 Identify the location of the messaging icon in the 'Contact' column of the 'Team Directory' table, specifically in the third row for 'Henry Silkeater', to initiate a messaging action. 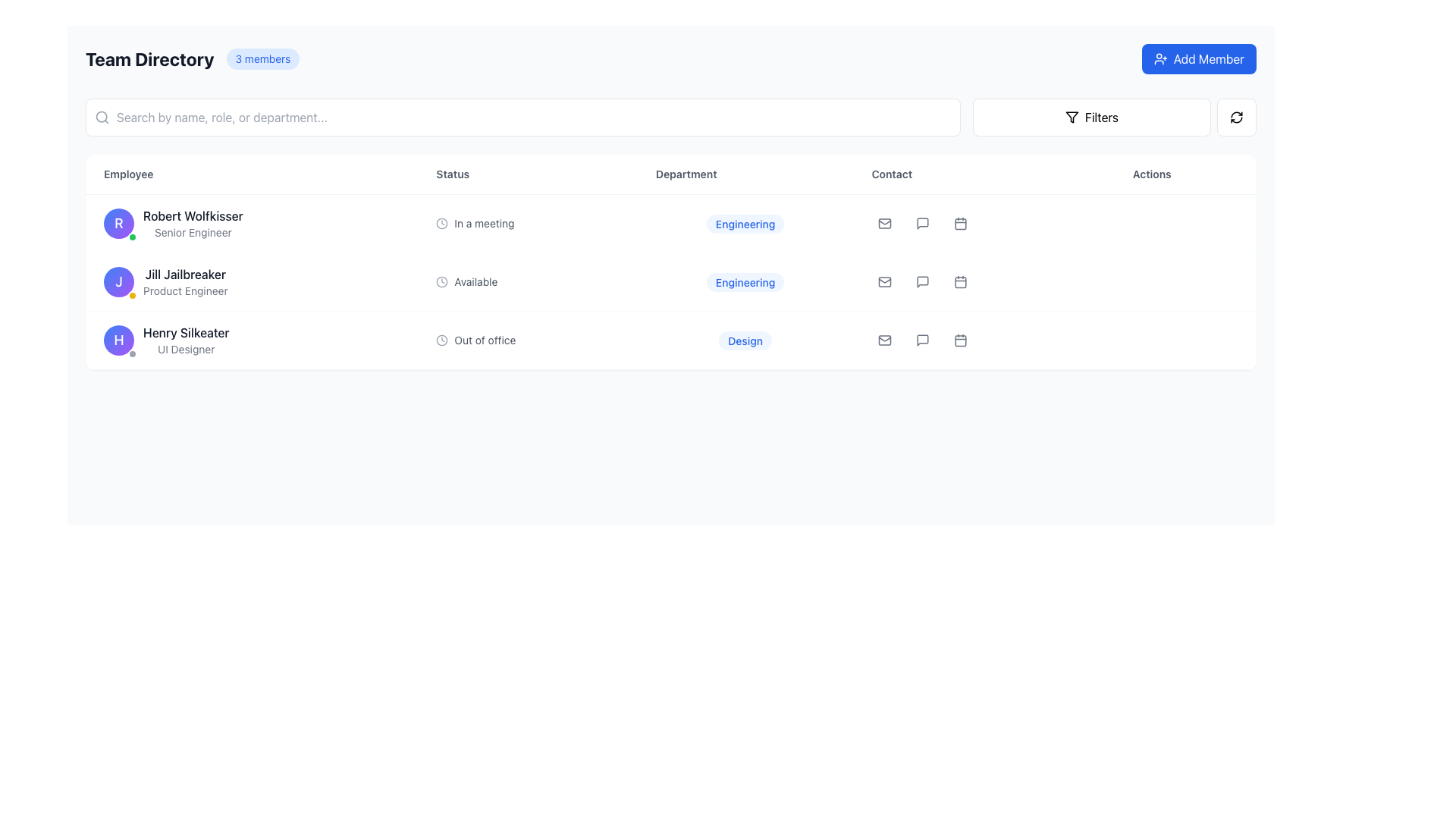
(921, 339).